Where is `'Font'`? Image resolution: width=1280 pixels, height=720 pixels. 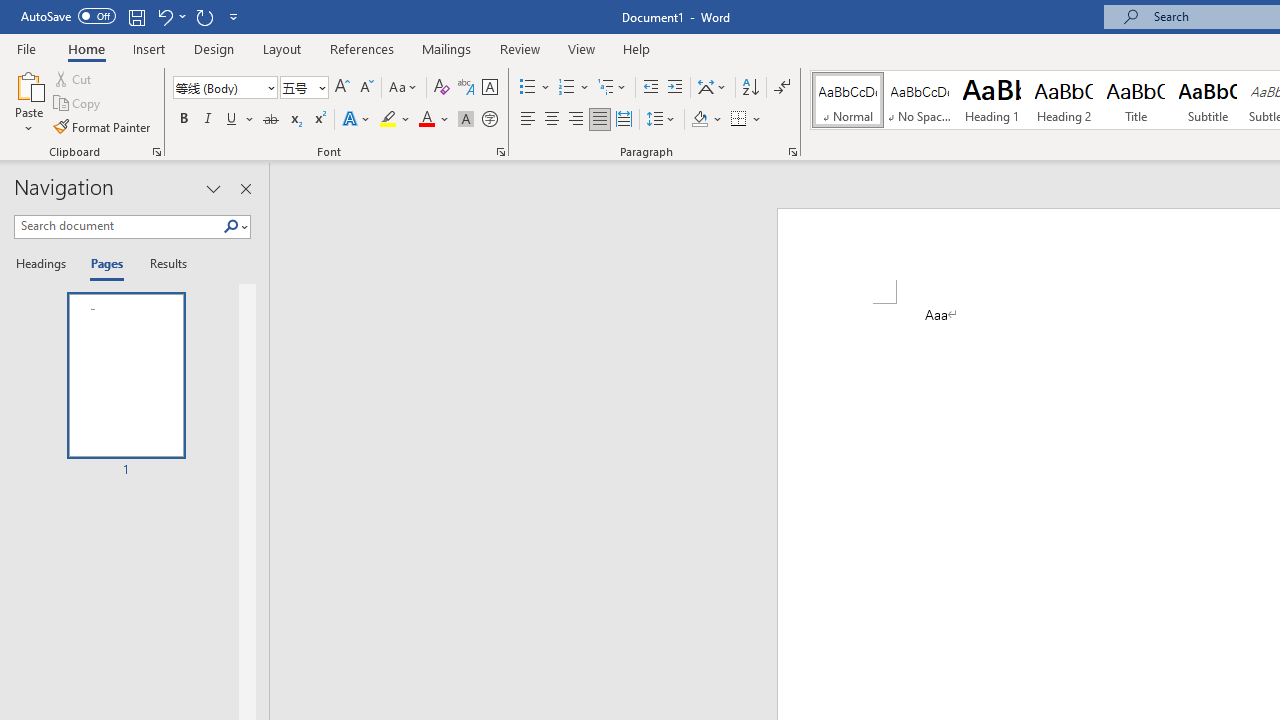
'Font' is located at coordinates (225, 86).